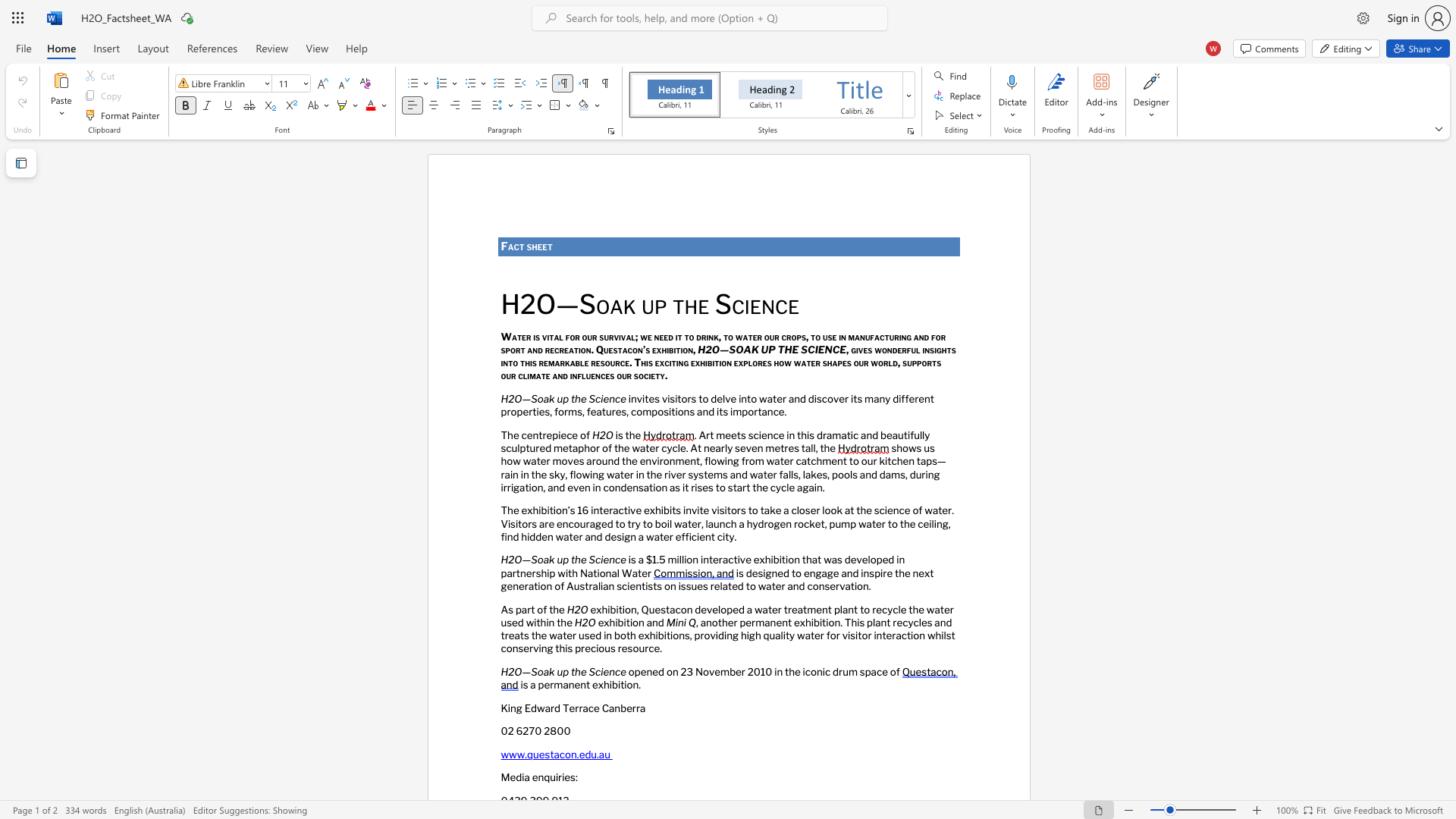  I want to click on the subset text "acon.edu" within the text "www.questacon.edu.au", so click(553, 754).